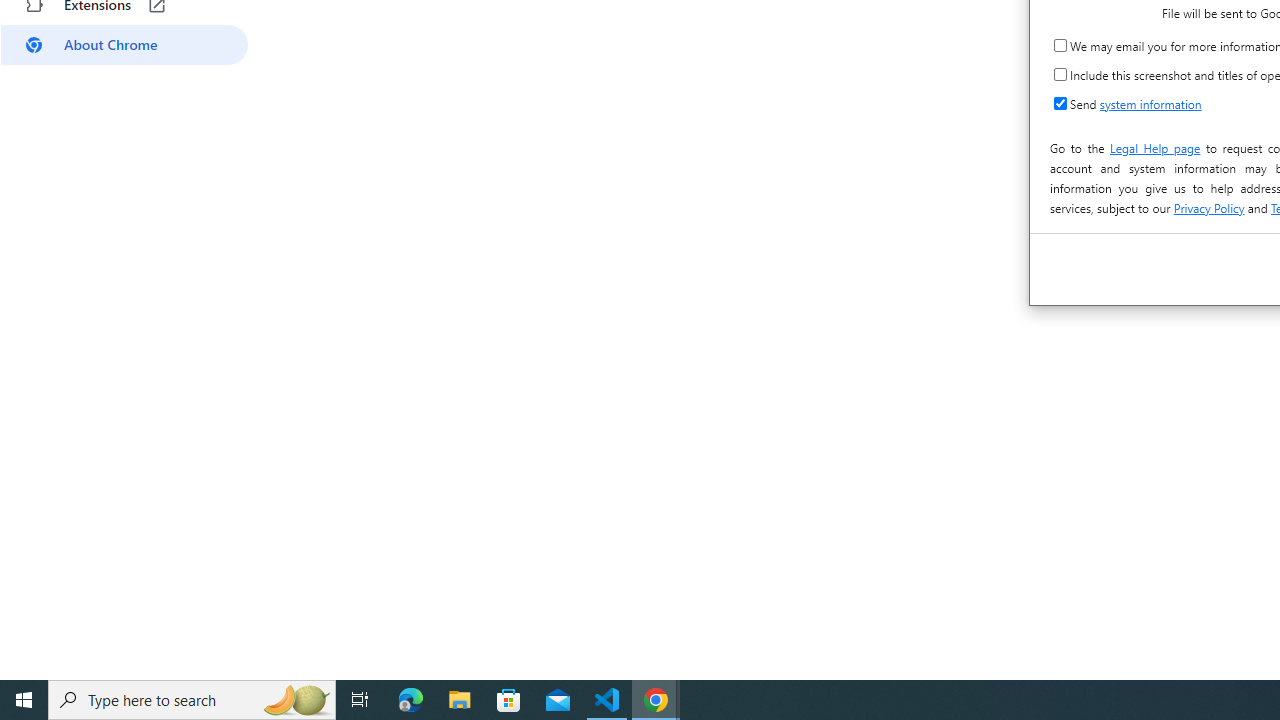  What do you see at coordinates (123, 45) in the screenshot?
I see `'About Chrome'` at bounding box center [123, 45].